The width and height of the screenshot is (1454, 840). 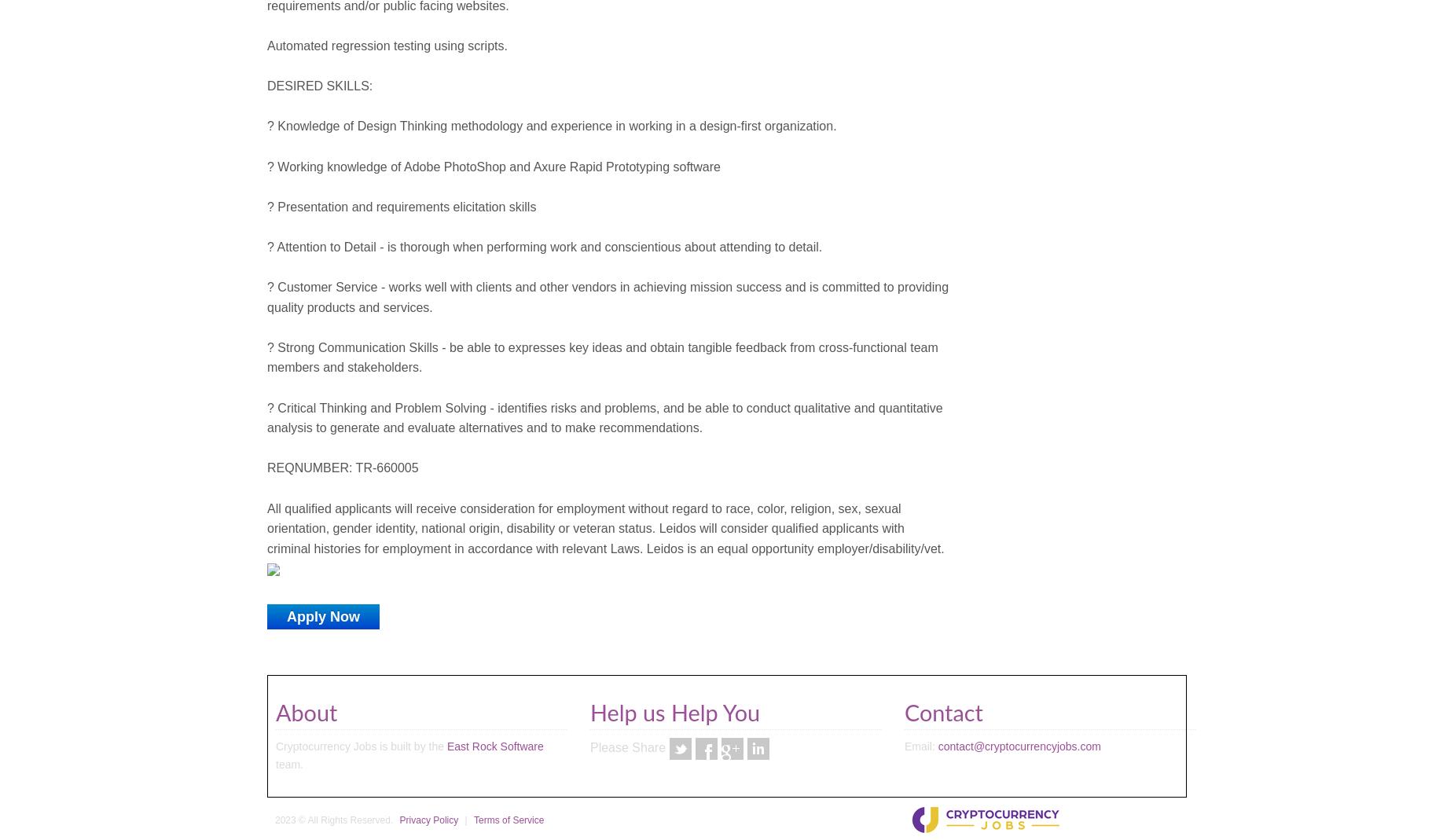 I want to click on 'Automated regression testing using scripts.', so click(x=266, y=44).